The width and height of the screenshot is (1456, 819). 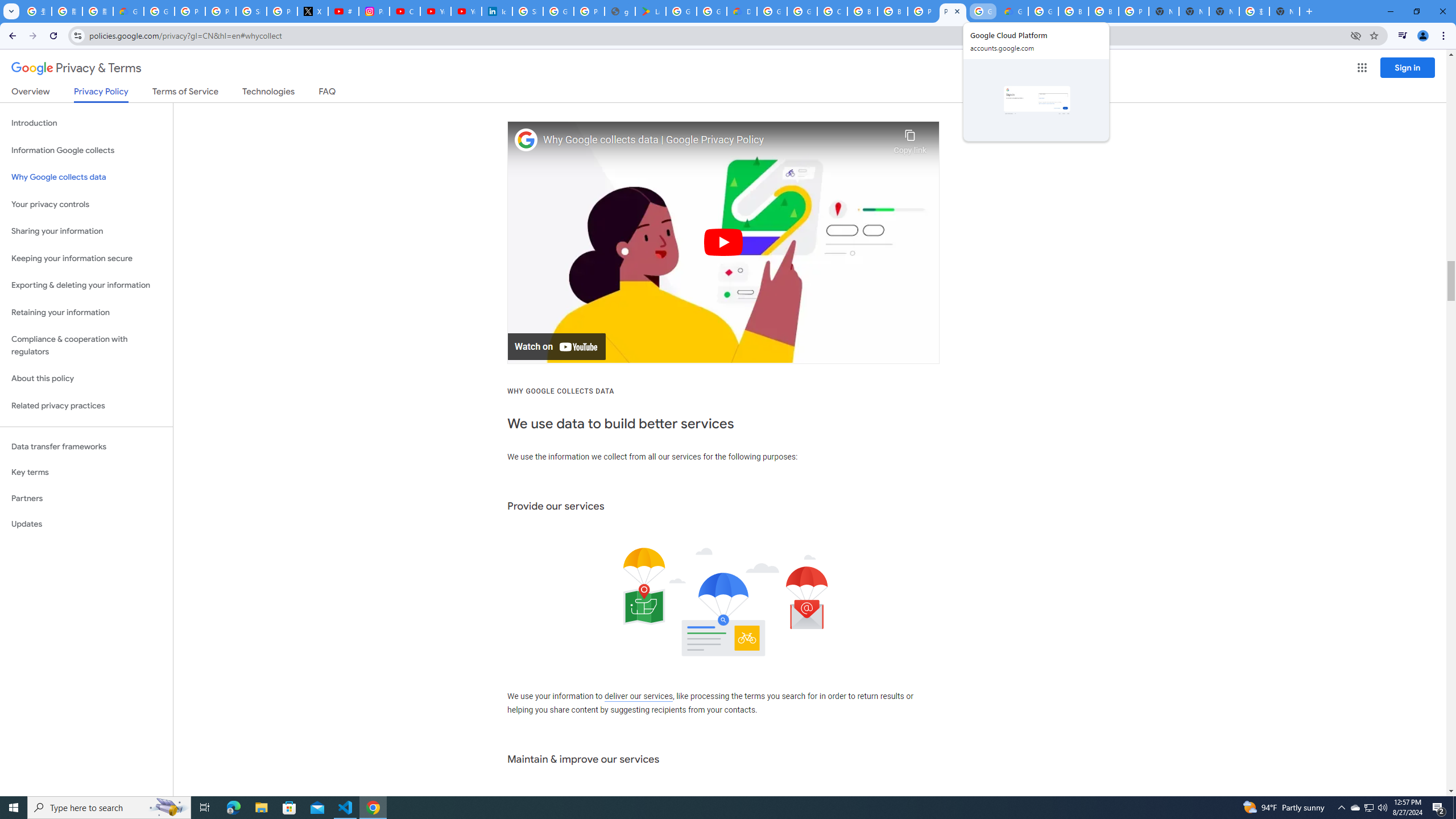 I want to click on 'Compliance & cooperation with regulators', so click(x=86, y=346).